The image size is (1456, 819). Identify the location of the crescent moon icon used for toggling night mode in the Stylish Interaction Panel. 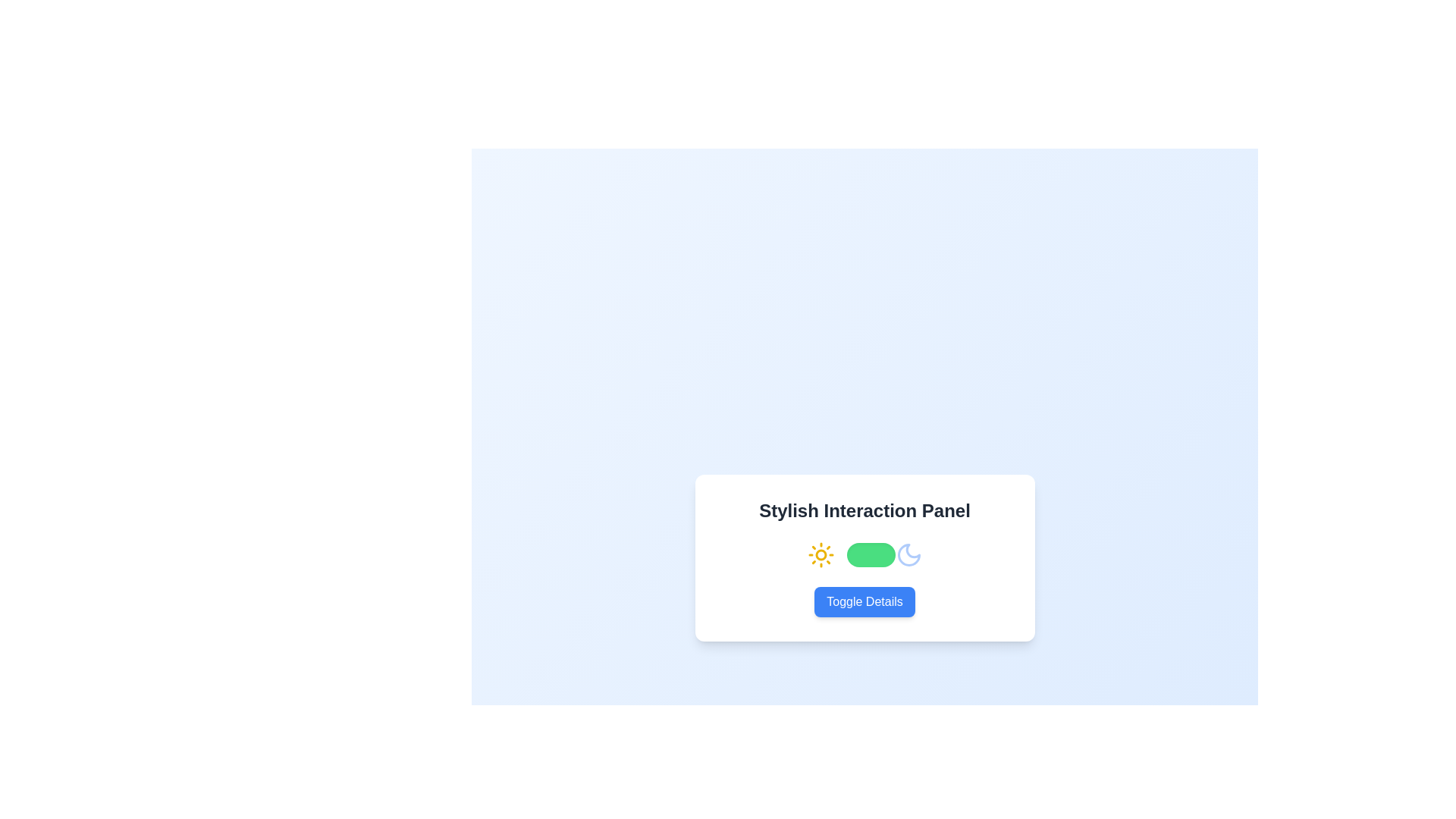
(908, 555).